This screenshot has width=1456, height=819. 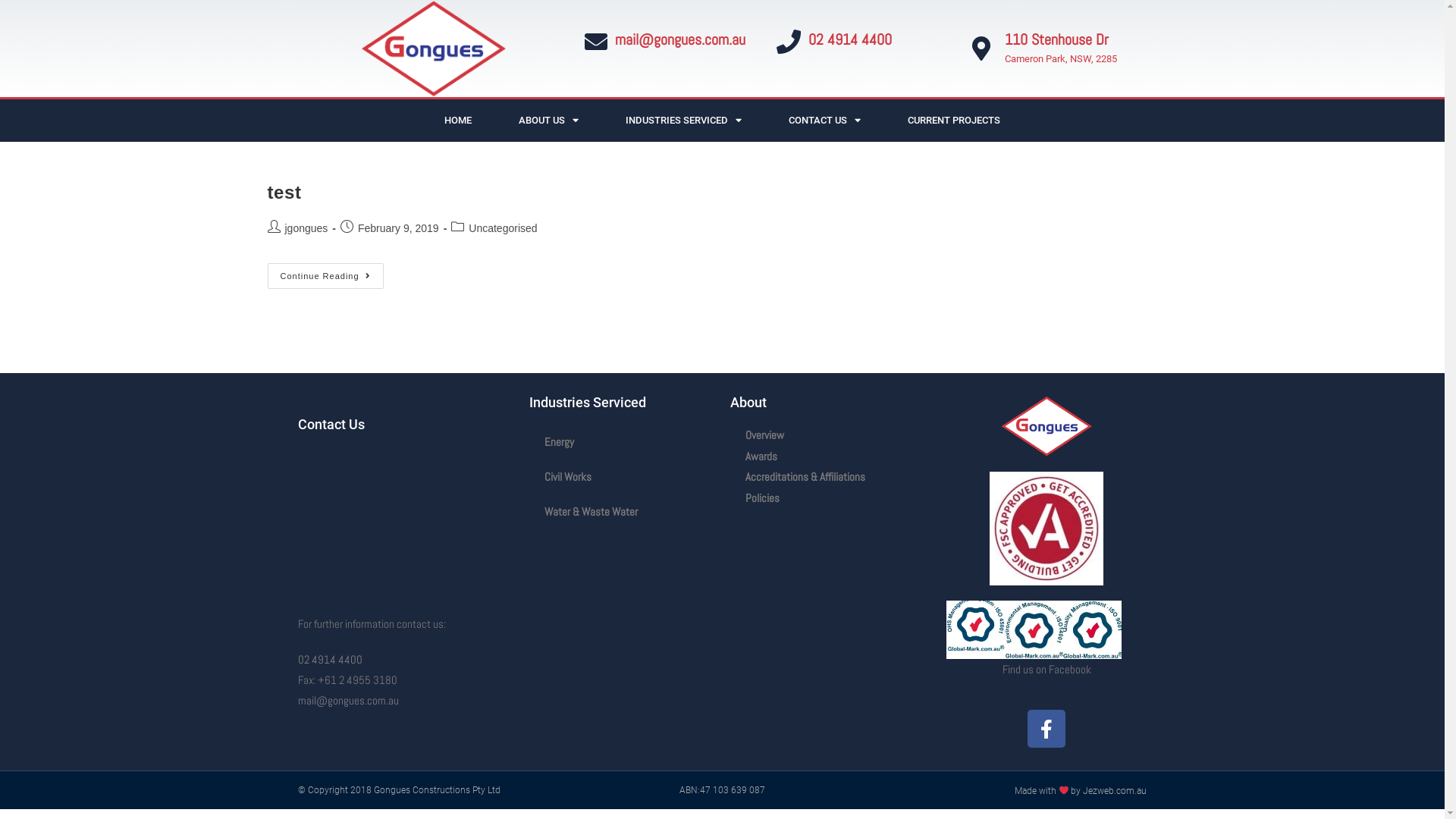 What do you see at coordinates (324, 275) in the screenshot?
I see `'Continue Reading'` at bounding box center [324, 275].